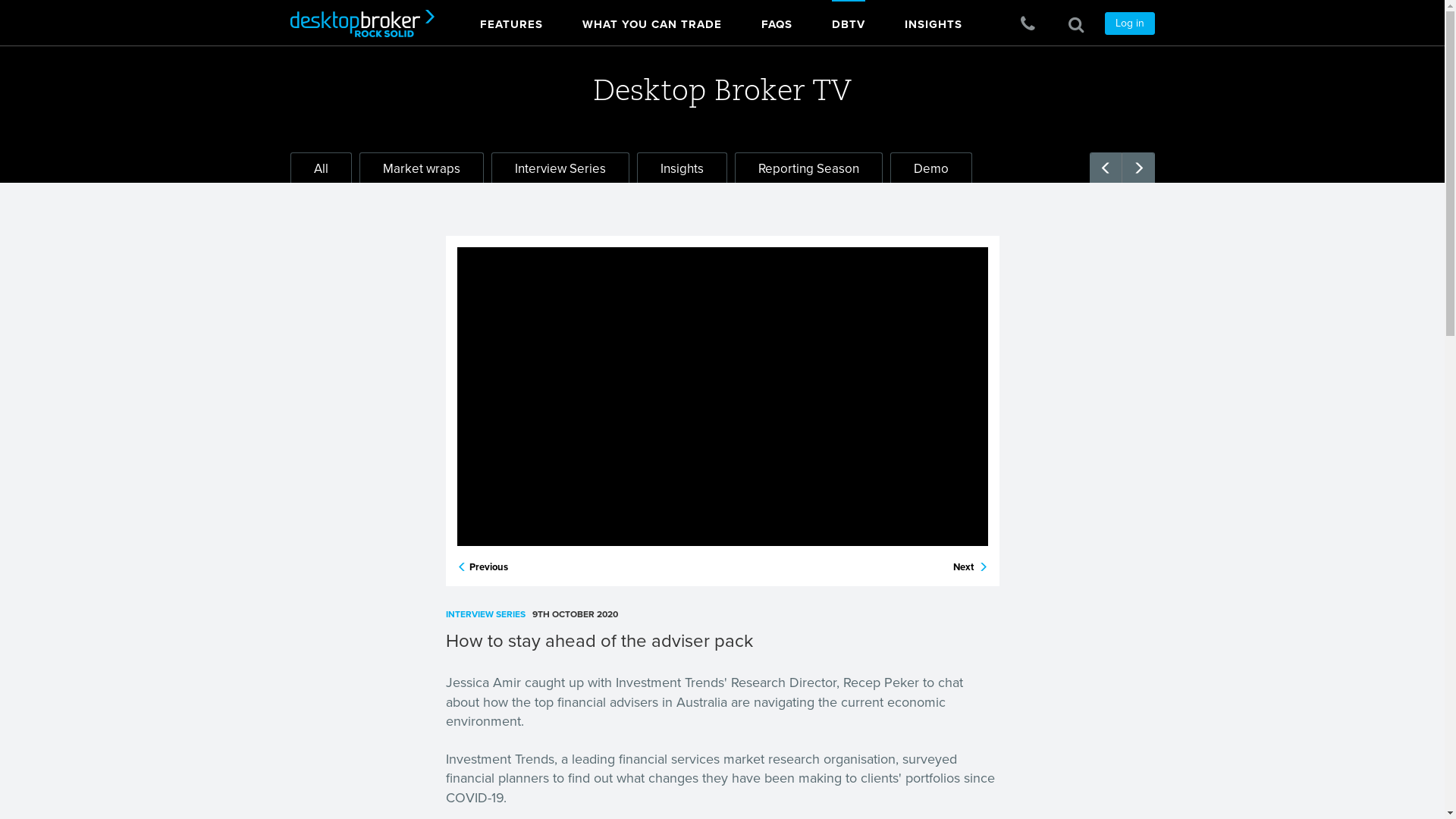 The width and height of the screenshot is (1456, 819). What do you see at coordinates (1028, 24) in the screenshot?
I see `'Contact Support'` at bounding box center [1028, 24].